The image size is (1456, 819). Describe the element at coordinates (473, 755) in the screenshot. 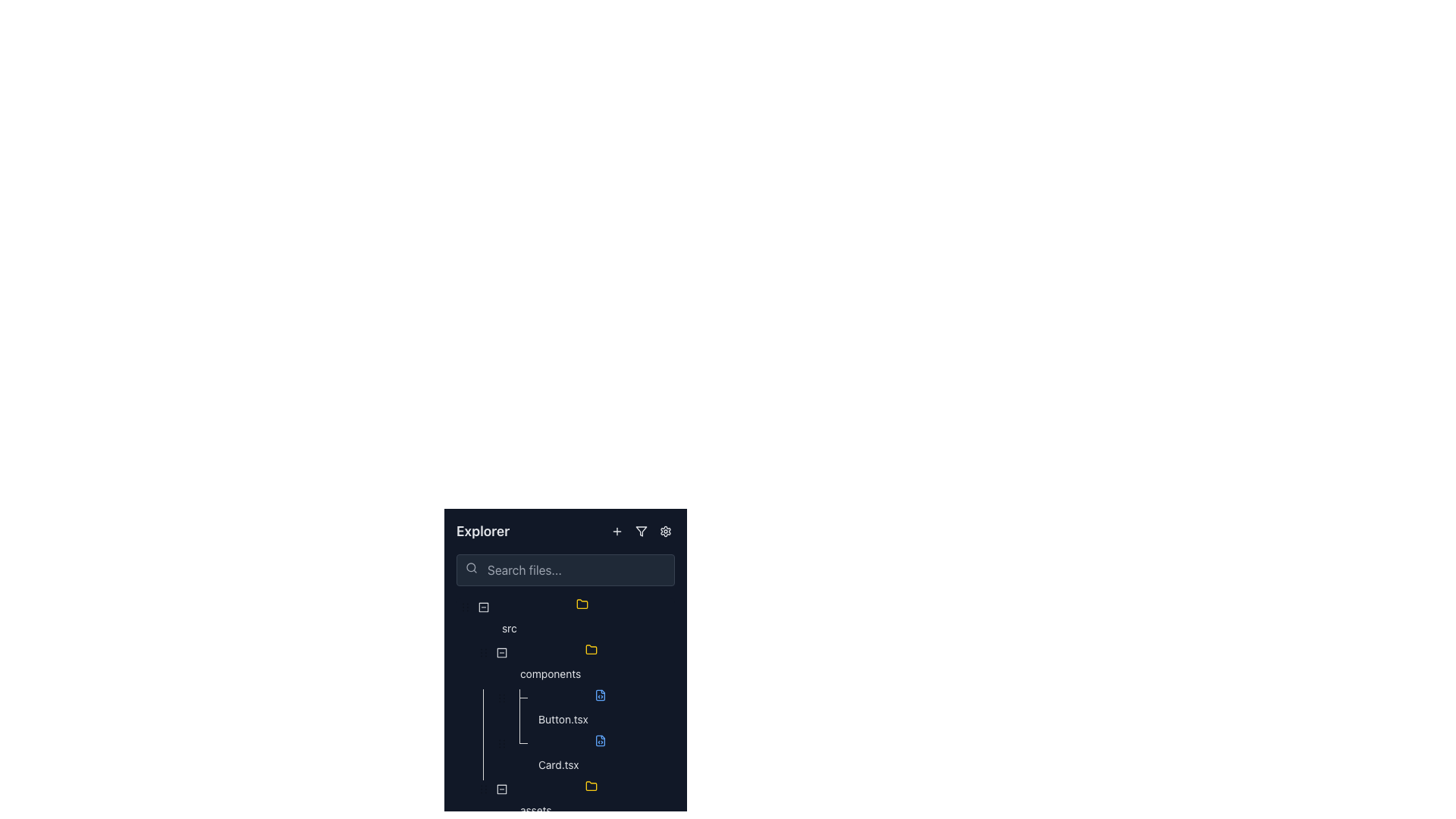

I see `the Tree Indentation Line located within the 'Card.tsx' node in the Explorer panel, which is the first element of its kind in the node, positioned directly to the left of the draggable icon and file name` at that location.